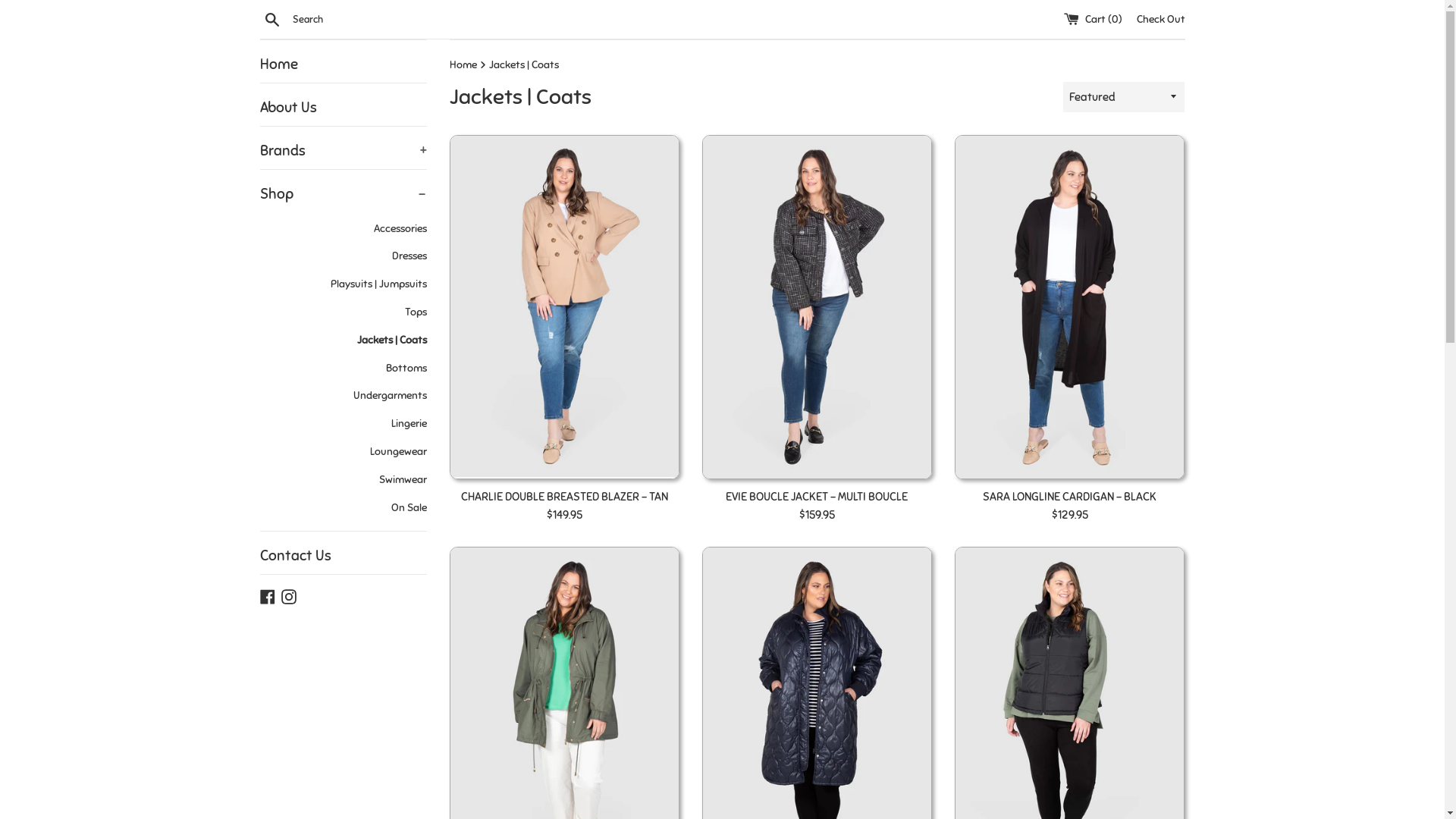 The image size is (1456, 819). I want to click on 'Search', so click(271, 18).